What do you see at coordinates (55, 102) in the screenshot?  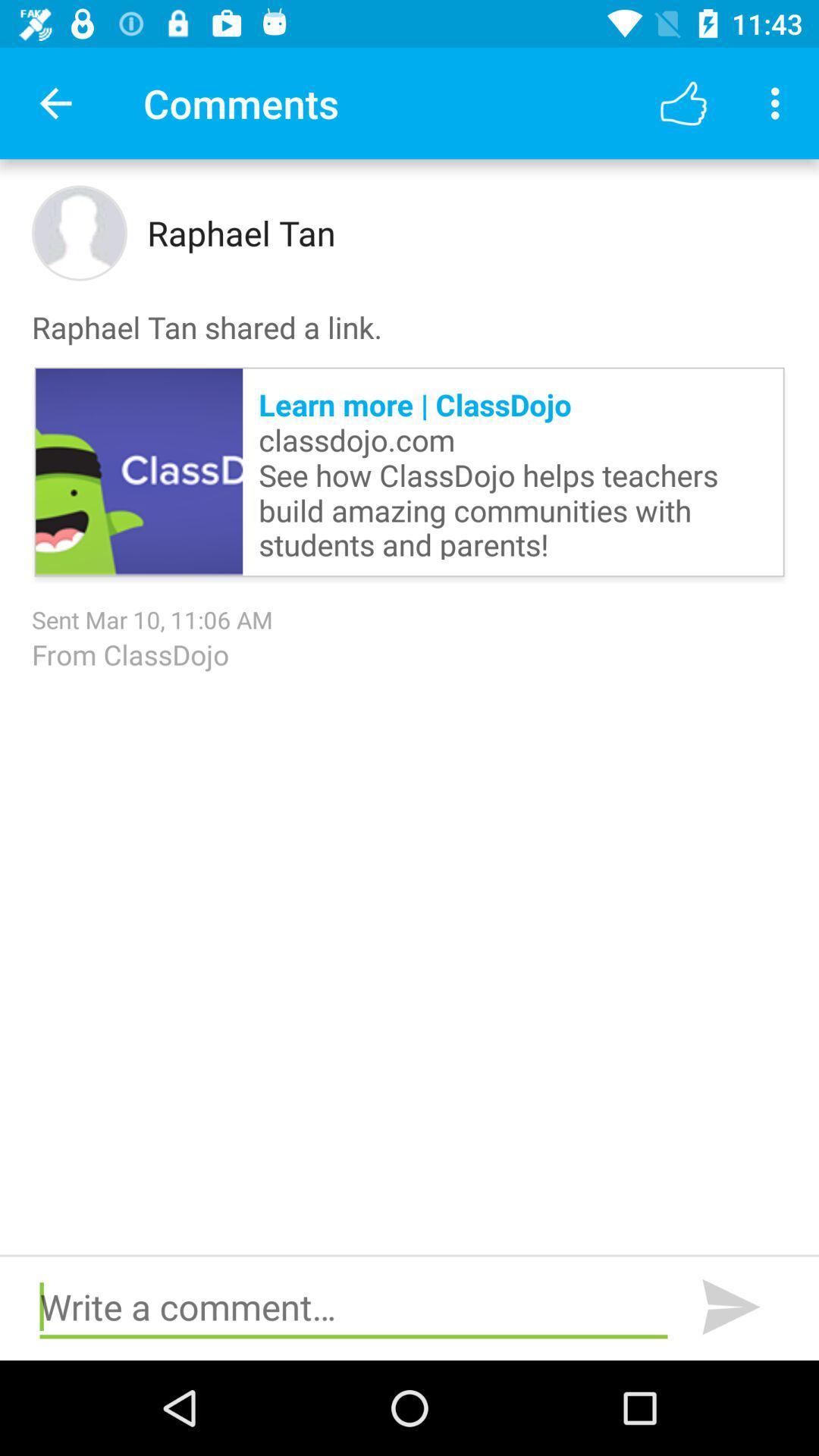 I see `the item next to the comments icon` at bounding box center [55, 102].